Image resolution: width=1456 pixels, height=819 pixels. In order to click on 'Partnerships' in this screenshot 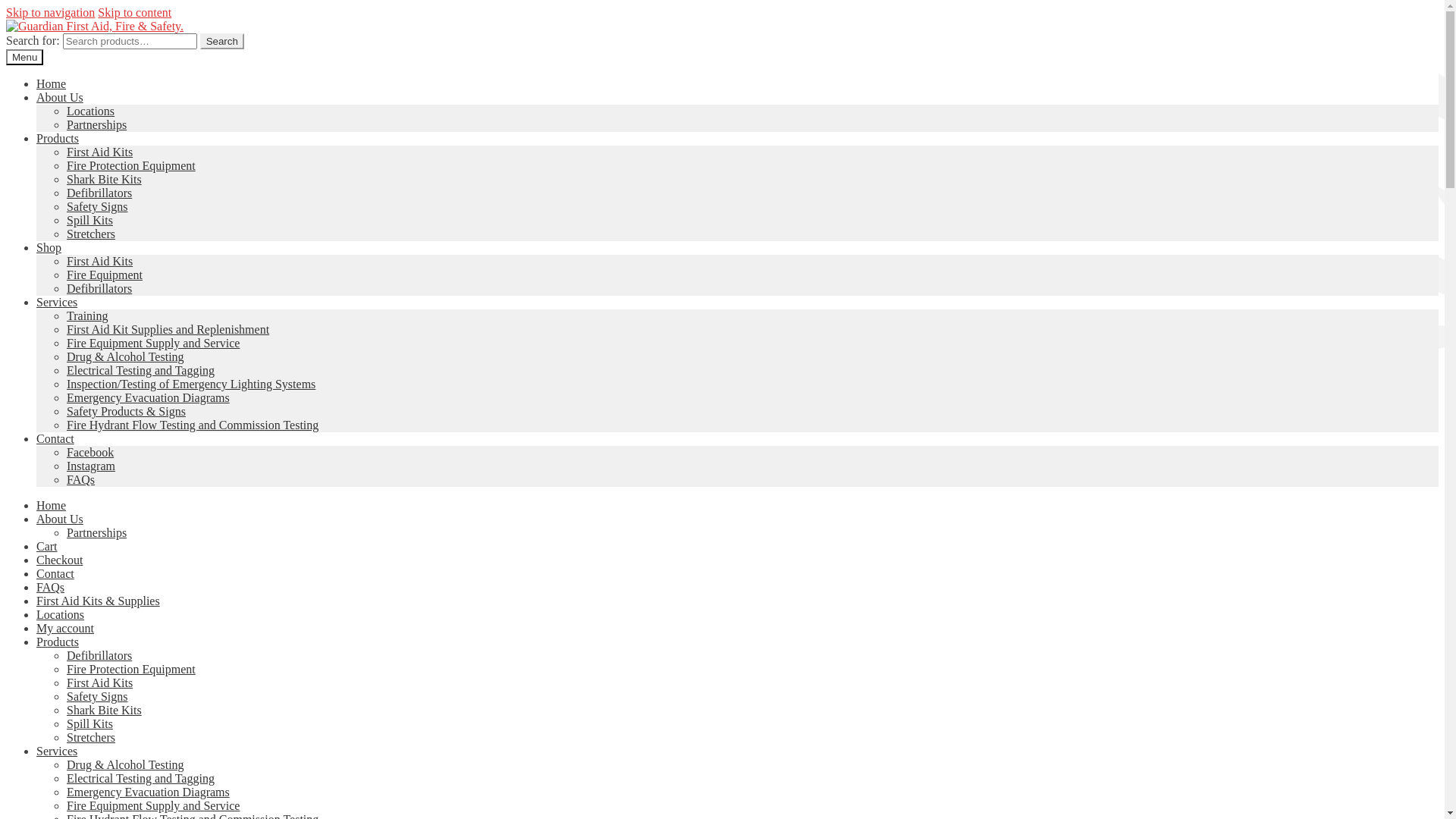, I will do `click(65, 532)`.